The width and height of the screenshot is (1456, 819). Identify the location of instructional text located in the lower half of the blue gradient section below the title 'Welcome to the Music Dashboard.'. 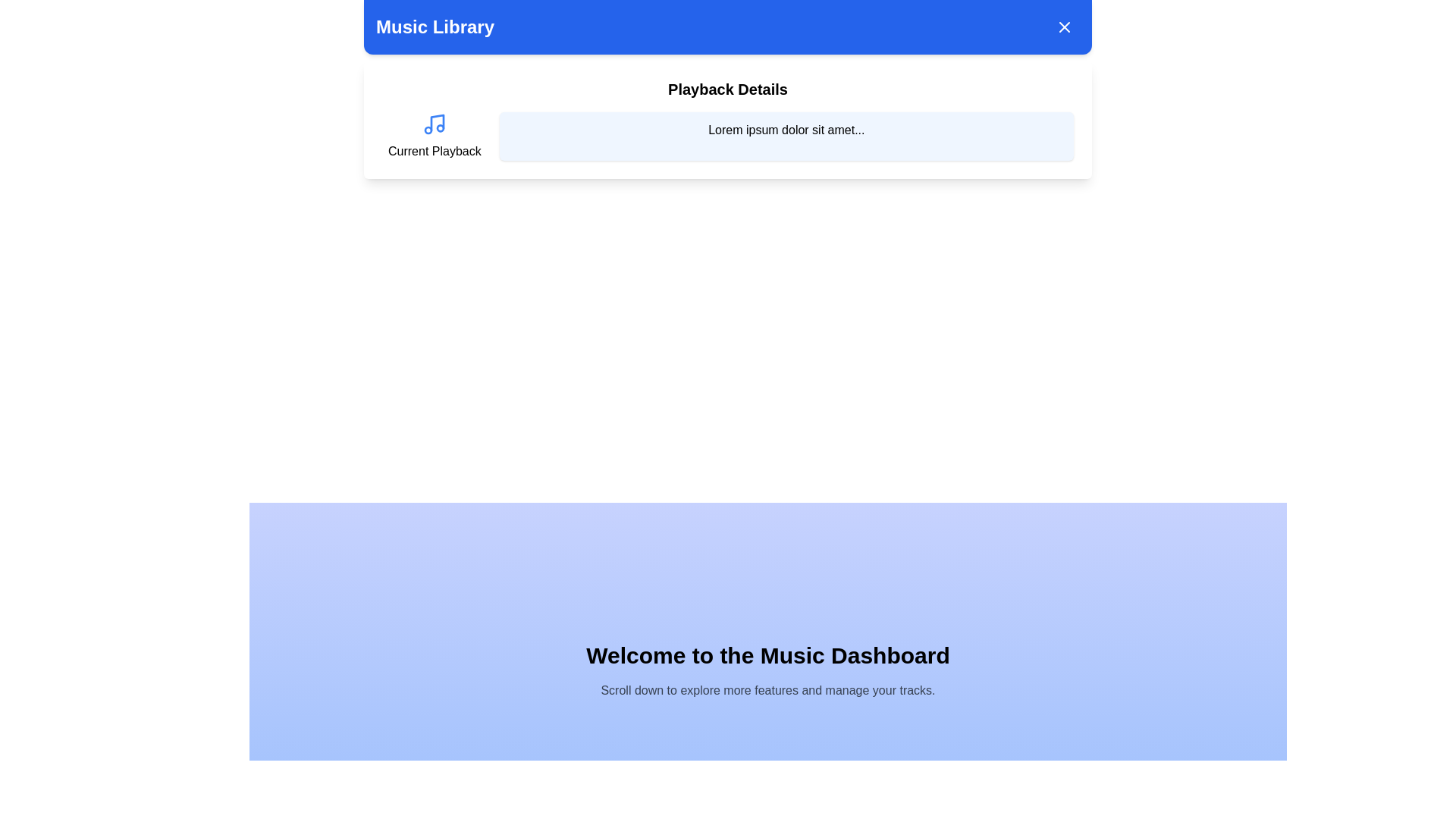
(767, 690).